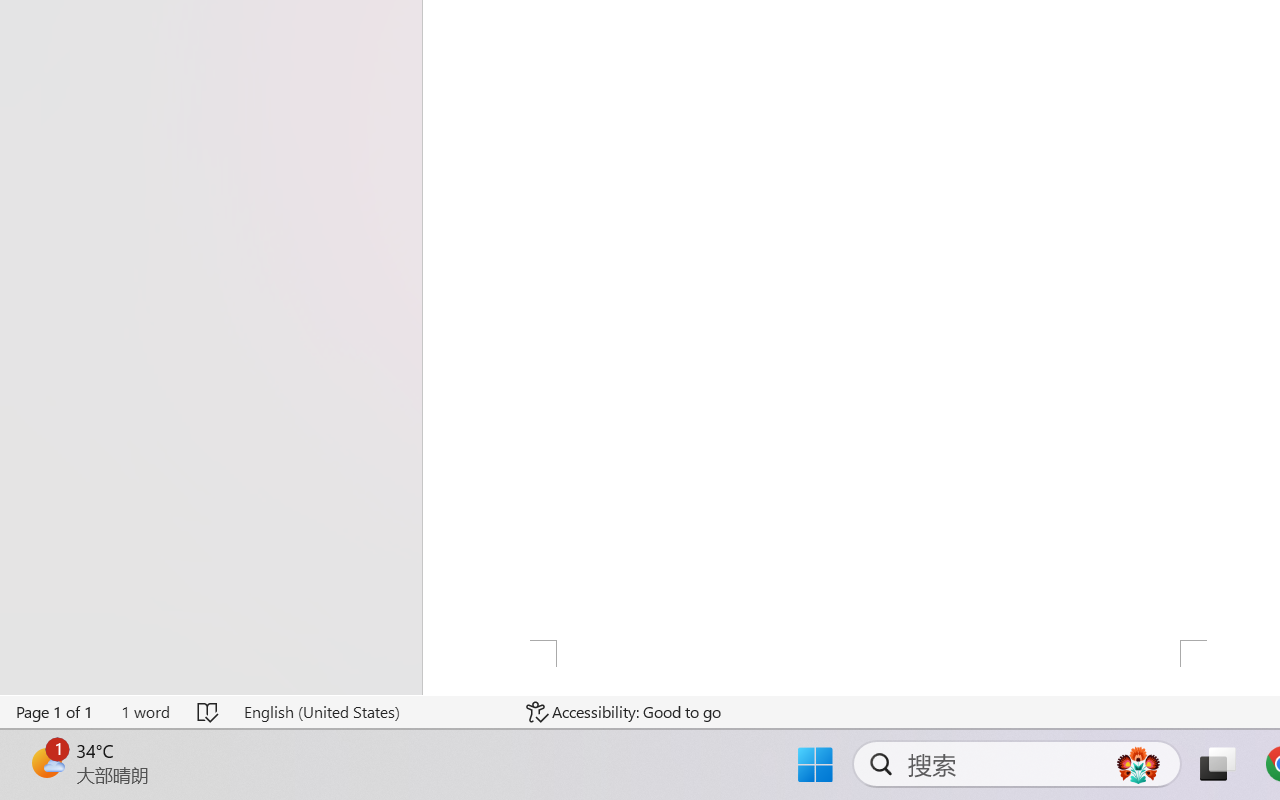 Image resolution: width=1280 pixels, height=800 pixels. I want to click on 'Spelling and Grammar Check No Errors', so click(209, 711).